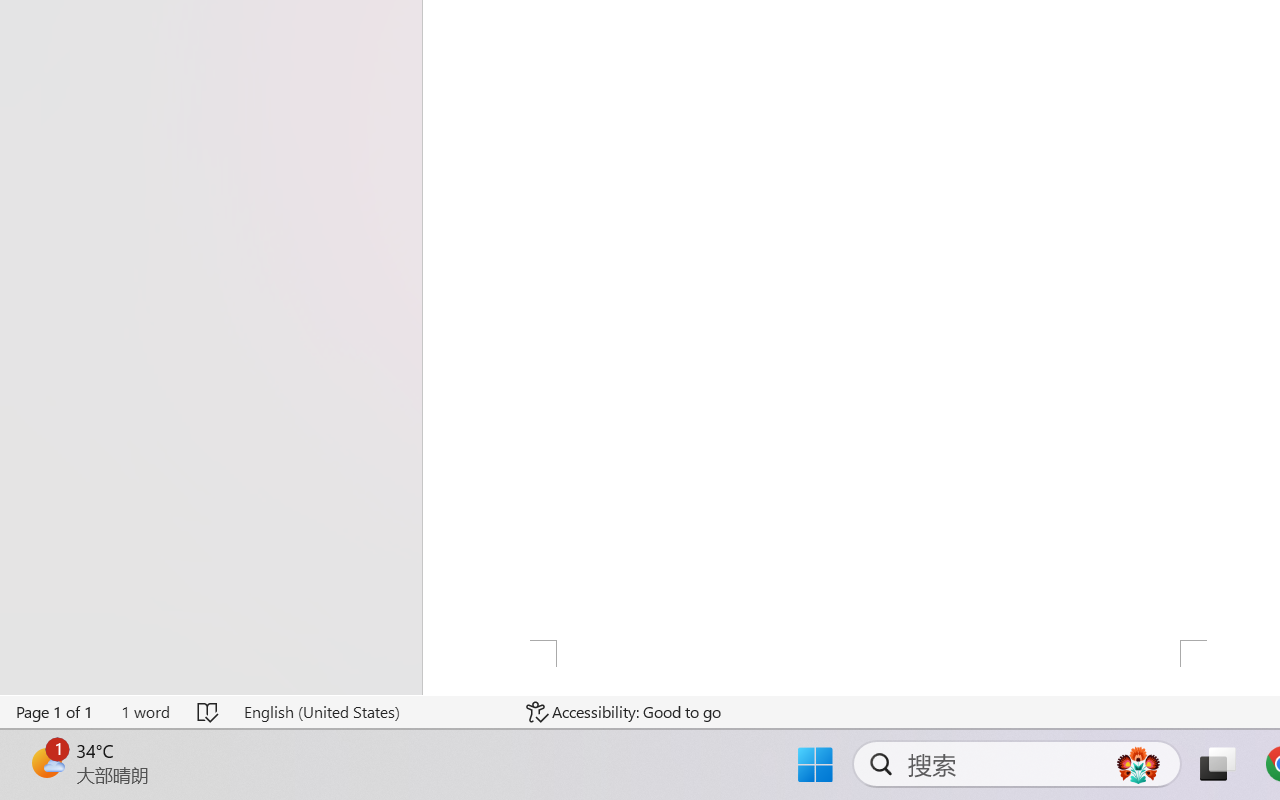 Image resolution: width=1280 pixels, height=800 pixels. I want to click on 'Spelling and Grammar Check No Errors', so click(209, 711).